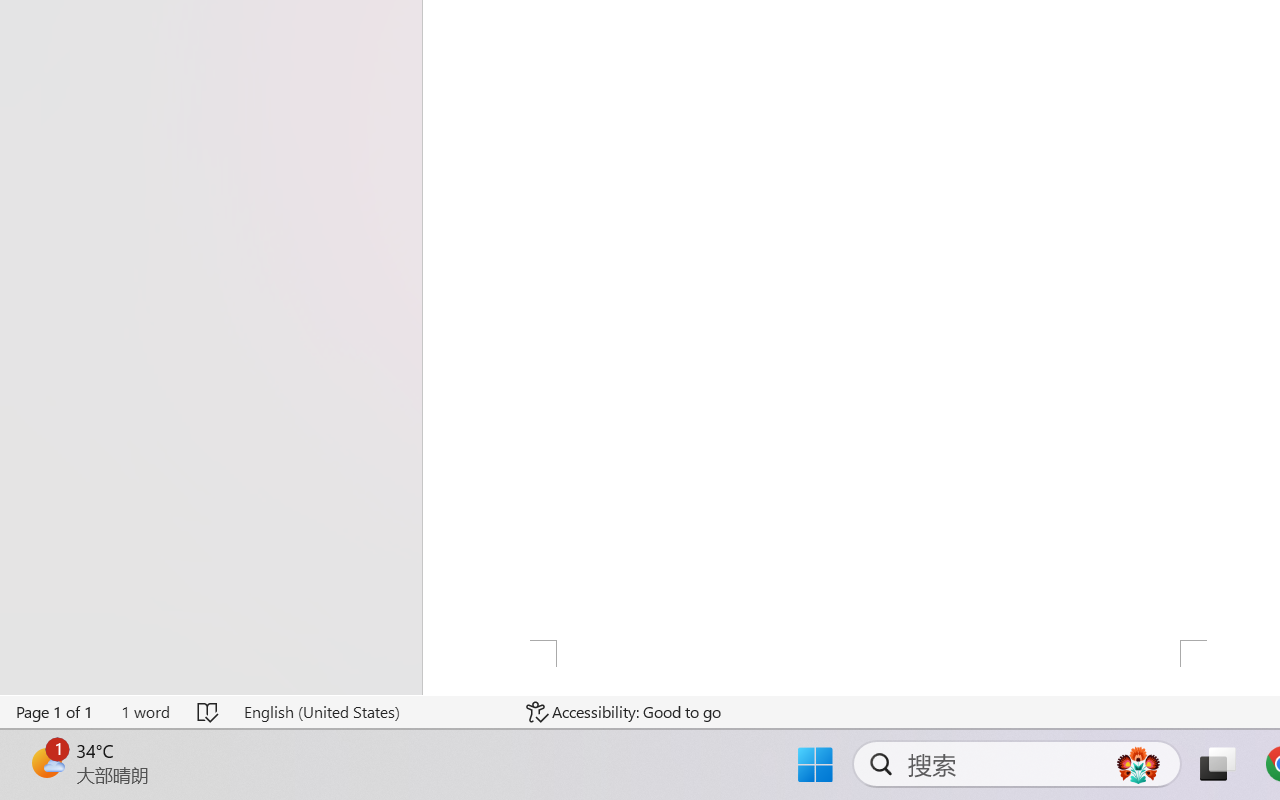 Image resolution: width=1280 pixels, height=800 pixels. I want to click on 'Spelling and Grammar Check No Errors', so click(209, 711).